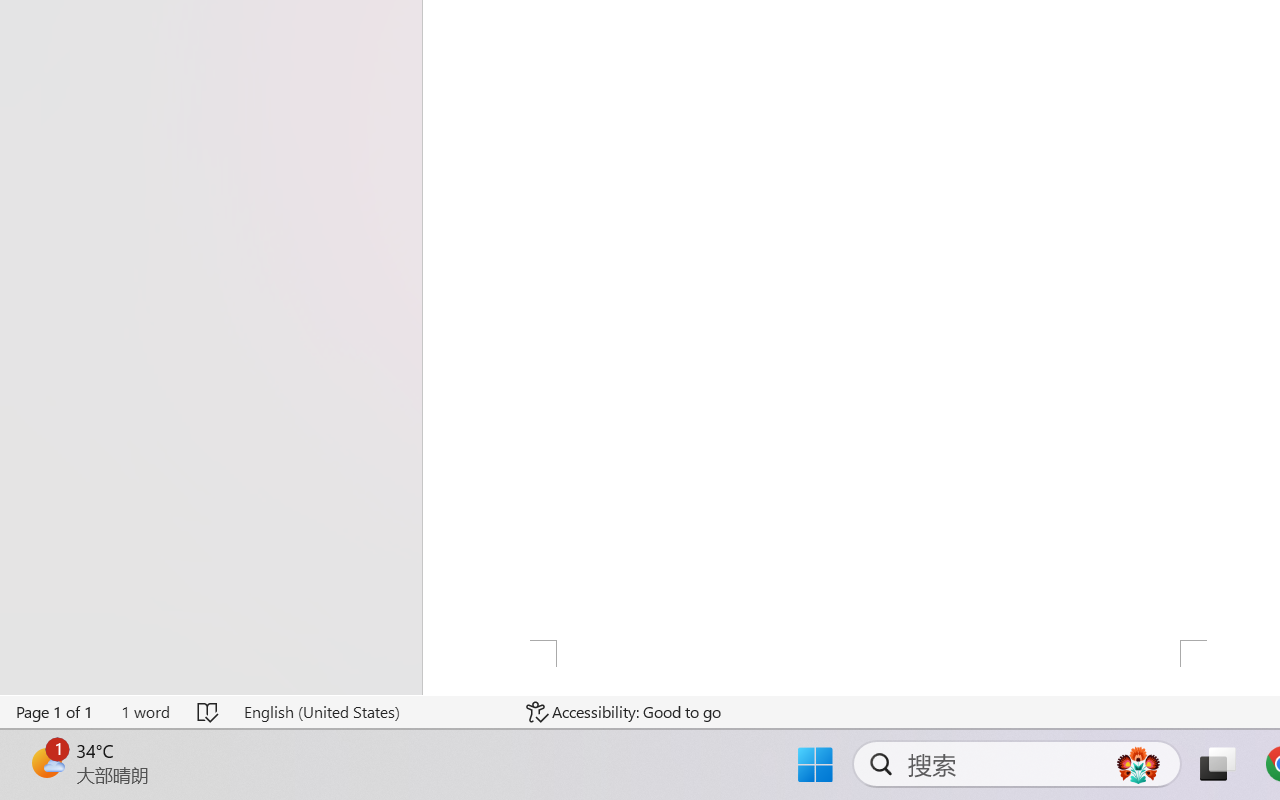 Image resolution: width=1280 pixels, height=800 pixels. I want to click on 'Spelling and Grammar Check No Errors', so click(209, 711).